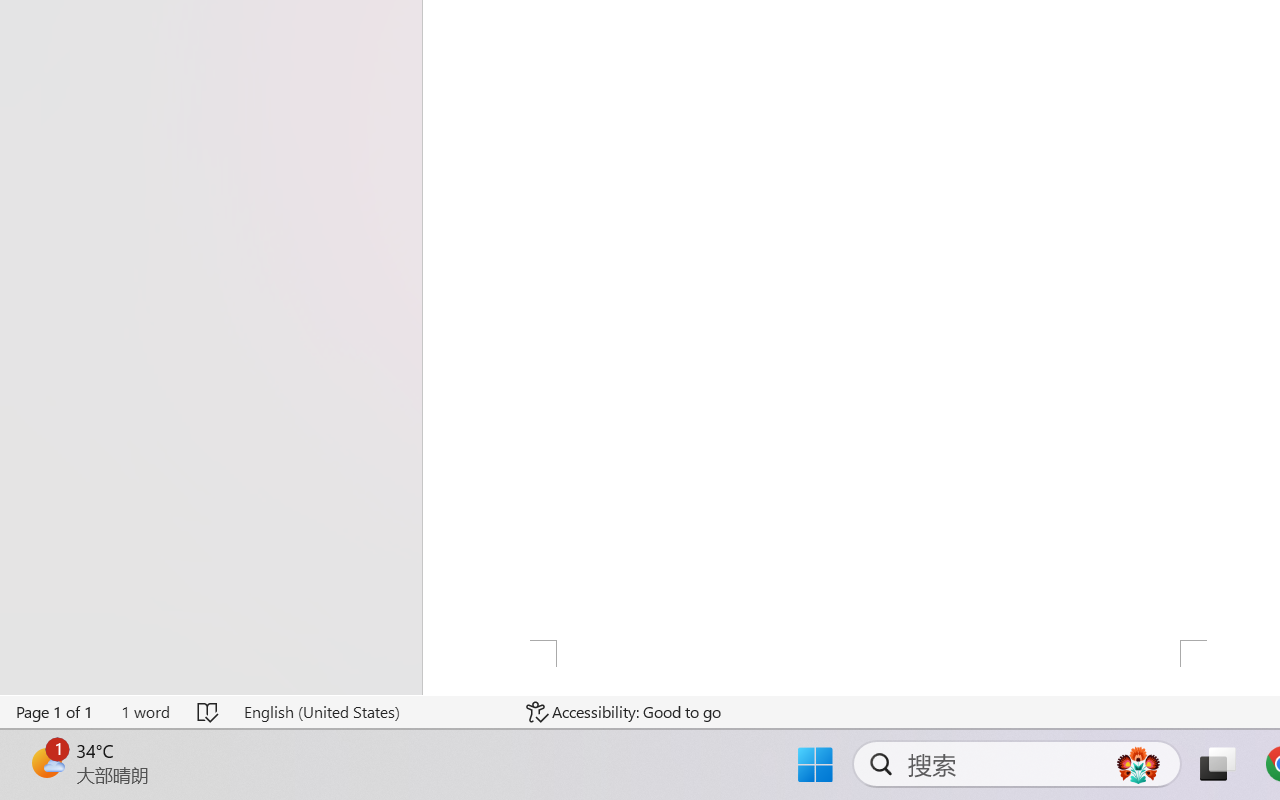 Image resolution: width=1280 pixels, height=800 pixels. I want to click on 'Spelling and Grammar Check No Errors', so click(209, 711).